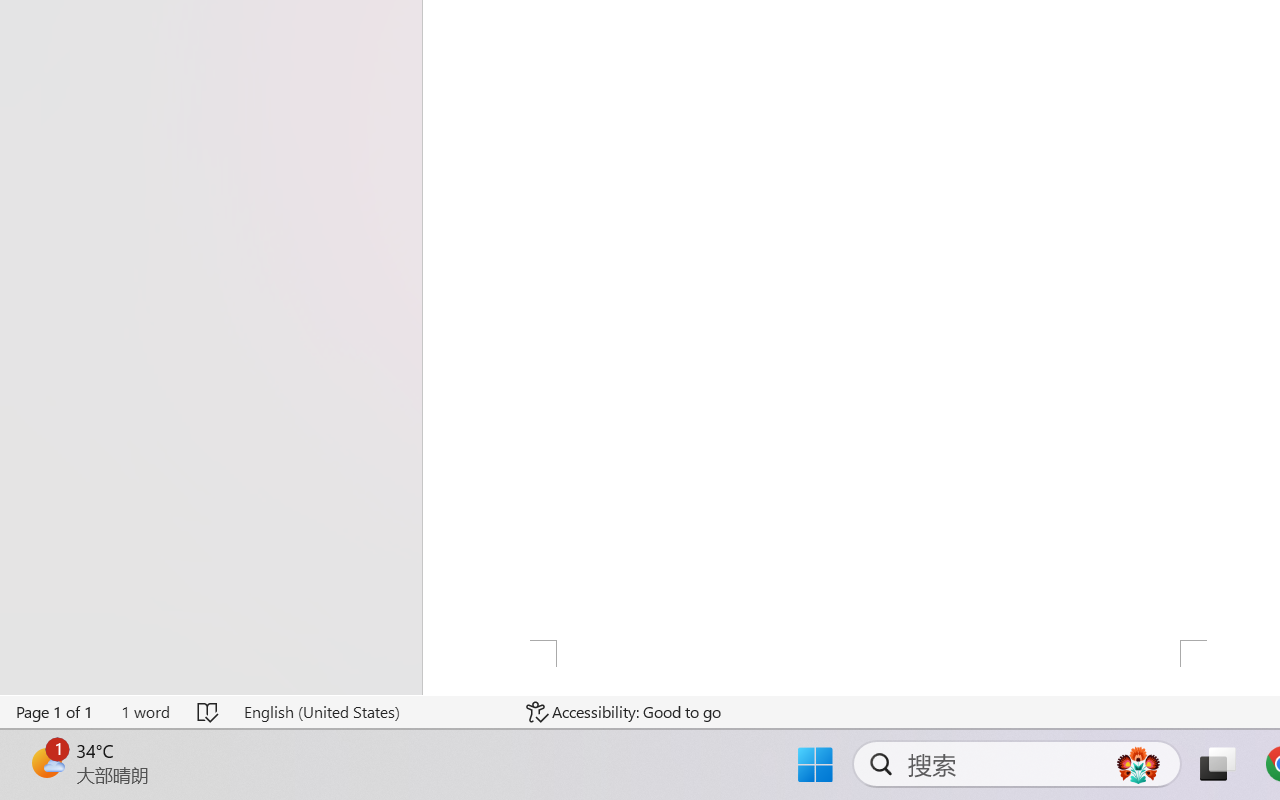 Image resolution: width=1280 pixels, height=800 pixels. I want to click on 'Spelling and Grammar Check No Errors', so click(209, 711).